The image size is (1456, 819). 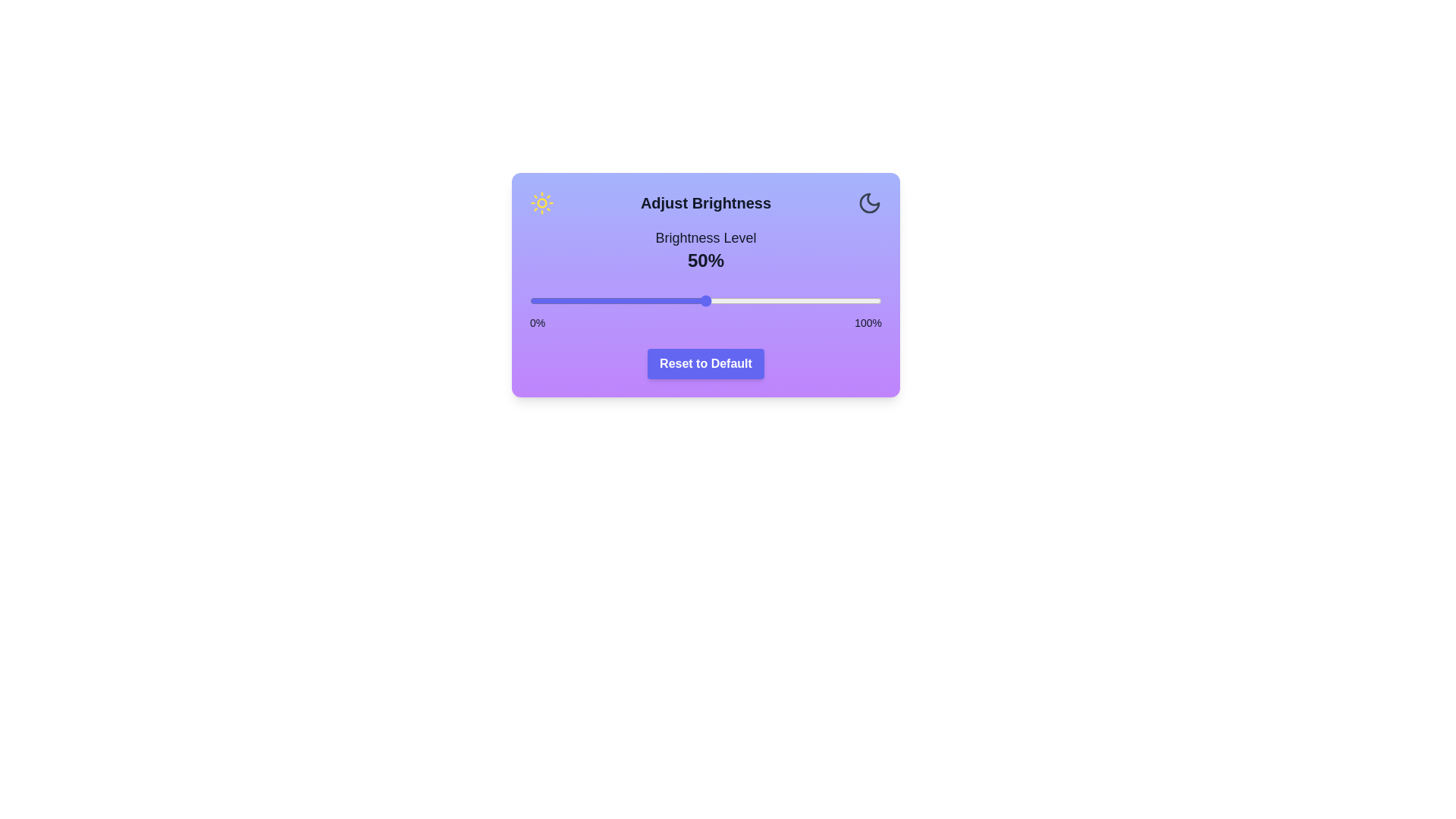 What do you see at coordinates (530, 301) in the screenshot?
I see `the brightness slider to 0%` at bounding box center [530, 301].